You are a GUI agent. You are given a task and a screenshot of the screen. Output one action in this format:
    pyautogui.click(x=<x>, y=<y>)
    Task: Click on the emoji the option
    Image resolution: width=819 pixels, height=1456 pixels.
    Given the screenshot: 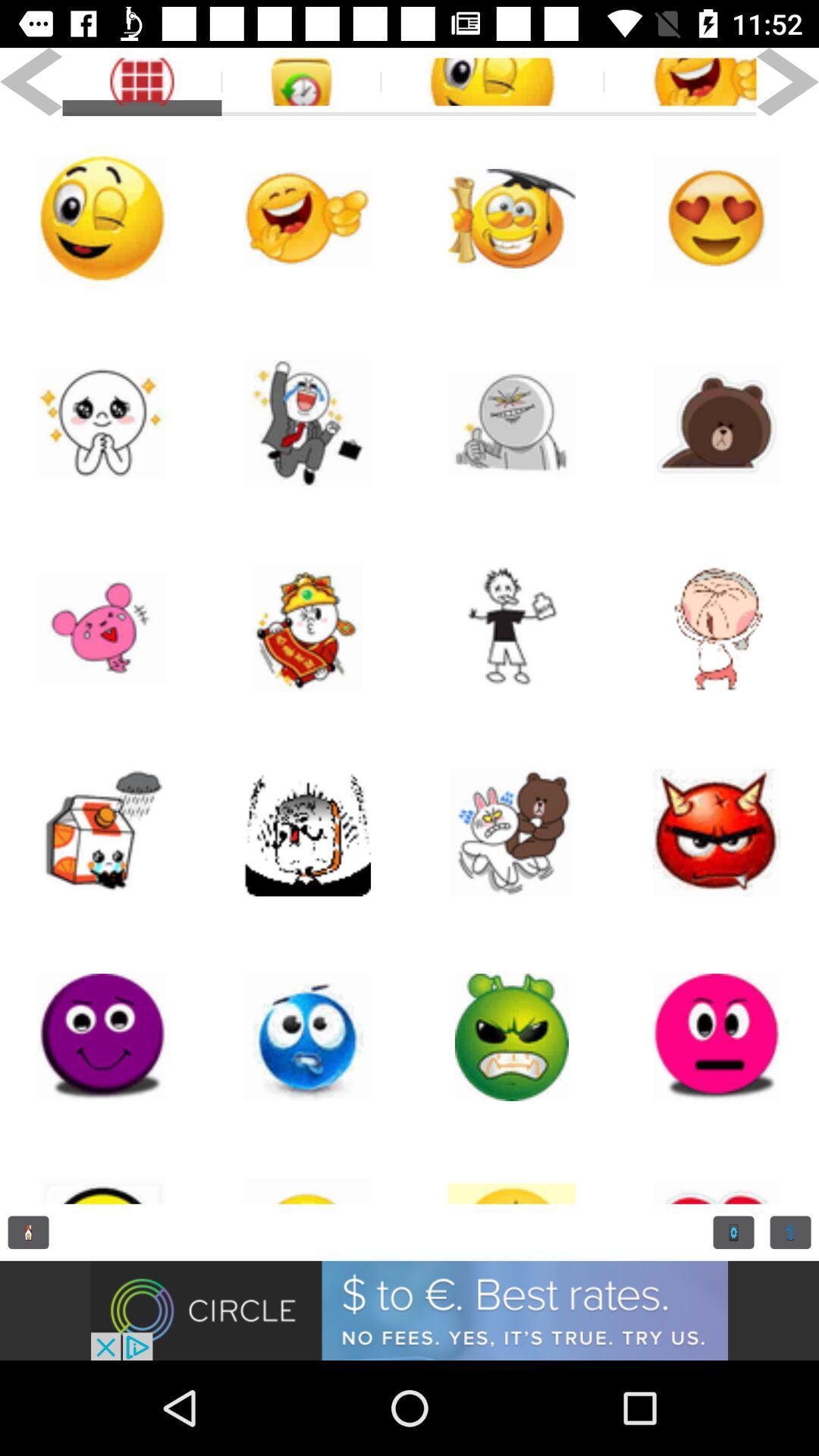 What is the action you would take?
    pyautogui.click(x=512, y=832)
    